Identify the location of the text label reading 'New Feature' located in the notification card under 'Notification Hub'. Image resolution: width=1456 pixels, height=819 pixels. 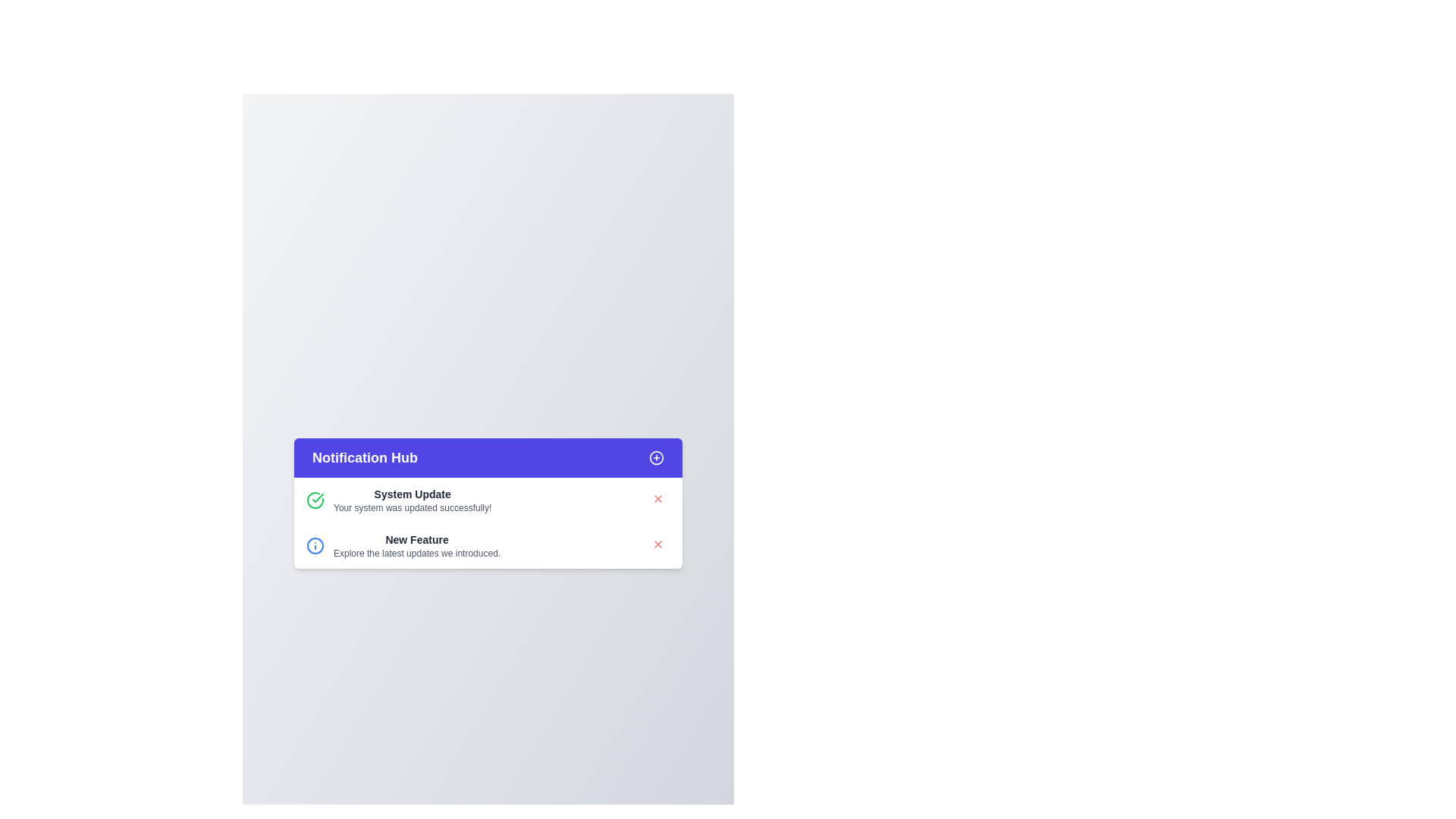
(417, 539).